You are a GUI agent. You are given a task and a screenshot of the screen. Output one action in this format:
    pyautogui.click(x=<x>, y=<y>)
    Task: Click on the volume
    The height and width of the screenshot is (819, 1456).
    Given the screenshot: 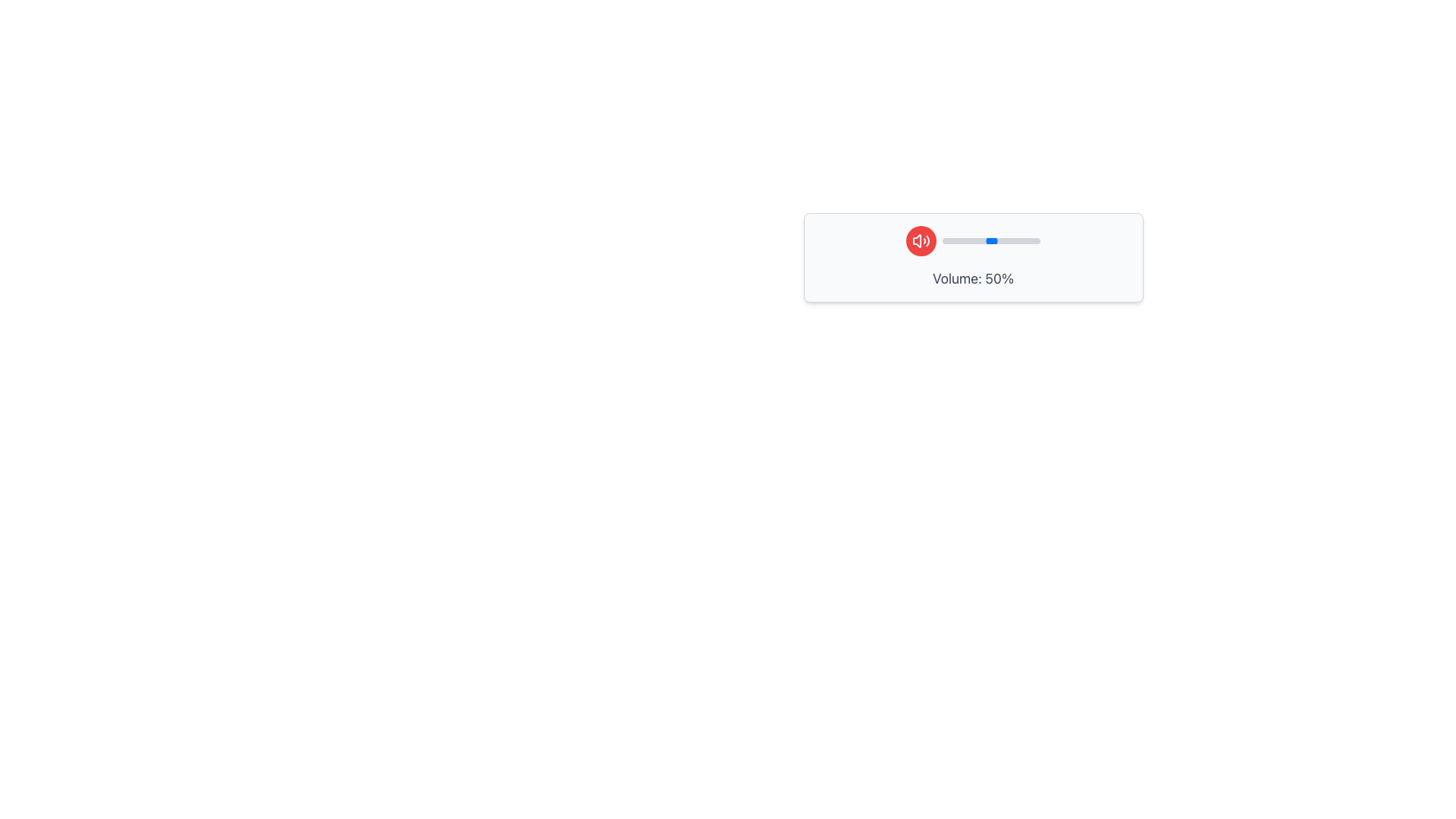 What is the action you would take?
    pyautogui.click(x=974, y=240)
    